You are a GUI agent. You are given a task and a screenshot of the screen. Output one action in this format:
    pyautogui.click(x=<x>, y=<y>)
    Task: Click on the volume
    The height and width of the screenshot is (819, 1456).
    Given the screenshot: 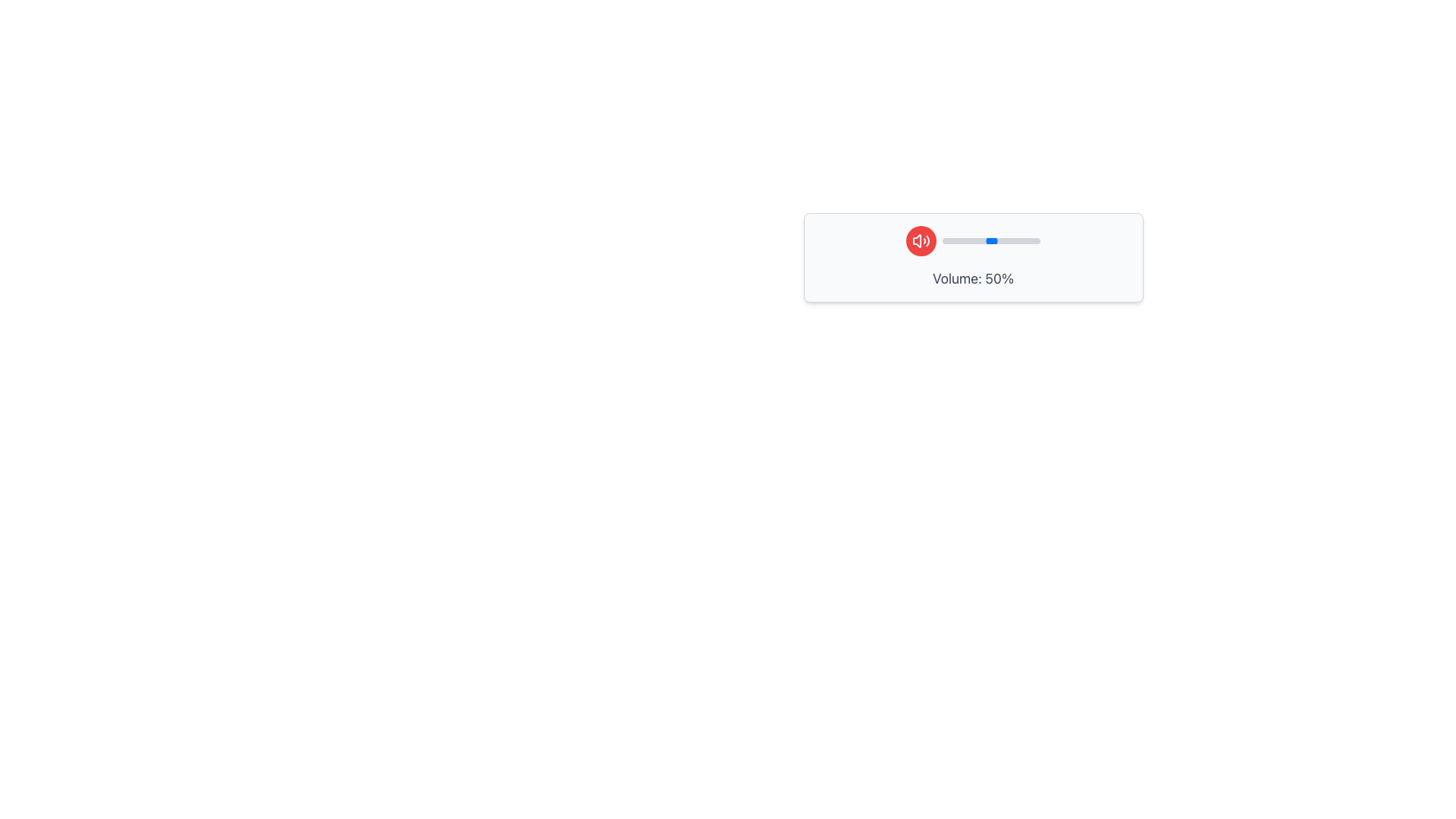 What is the action you would take?
    pyautogui.click(x=974, y=240)
    